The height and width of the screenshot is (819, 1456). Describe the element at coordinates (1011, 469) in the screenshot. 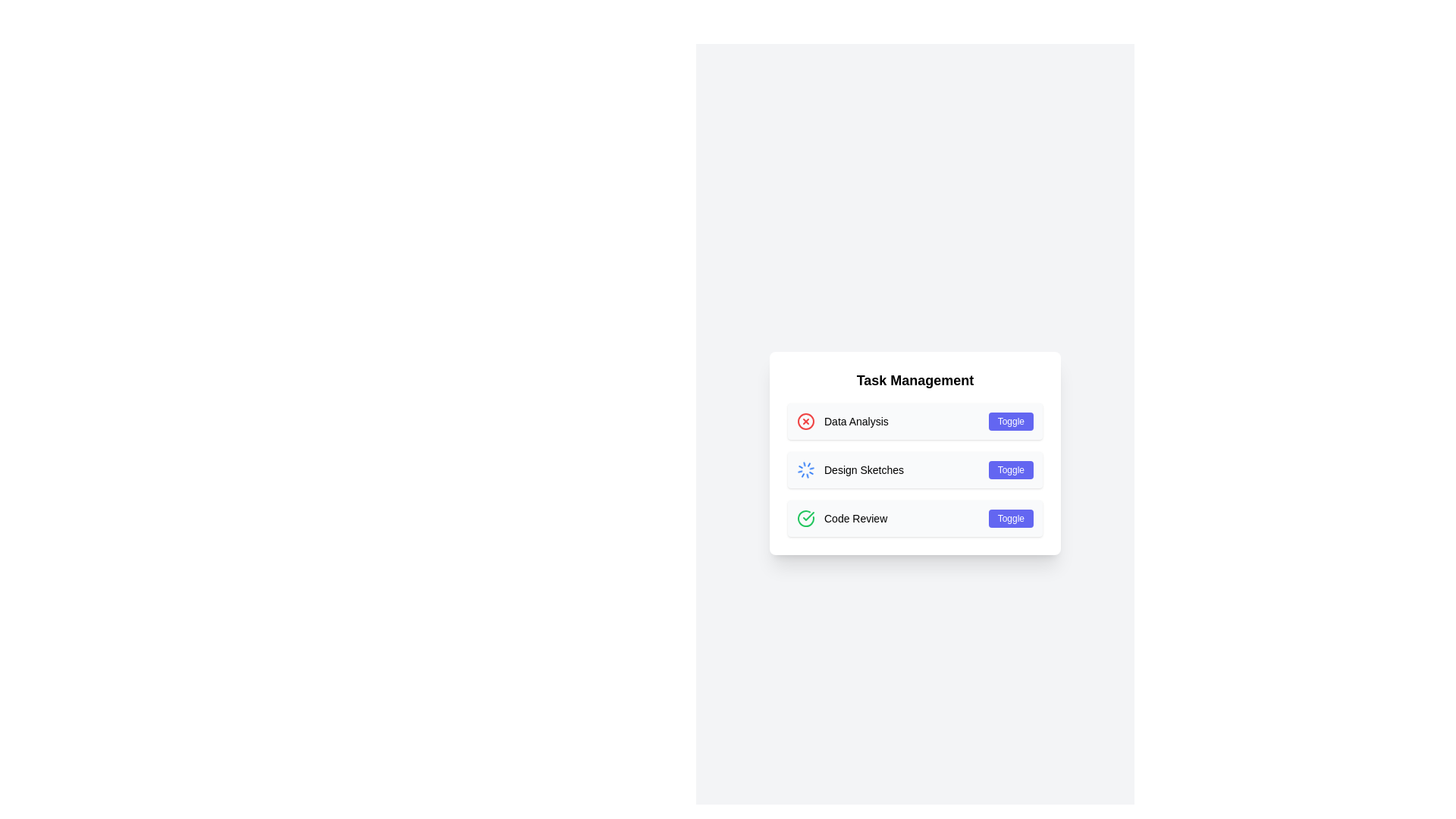

I see `the toggle button located on the right side of the 'Design Sketches' label` at that location.